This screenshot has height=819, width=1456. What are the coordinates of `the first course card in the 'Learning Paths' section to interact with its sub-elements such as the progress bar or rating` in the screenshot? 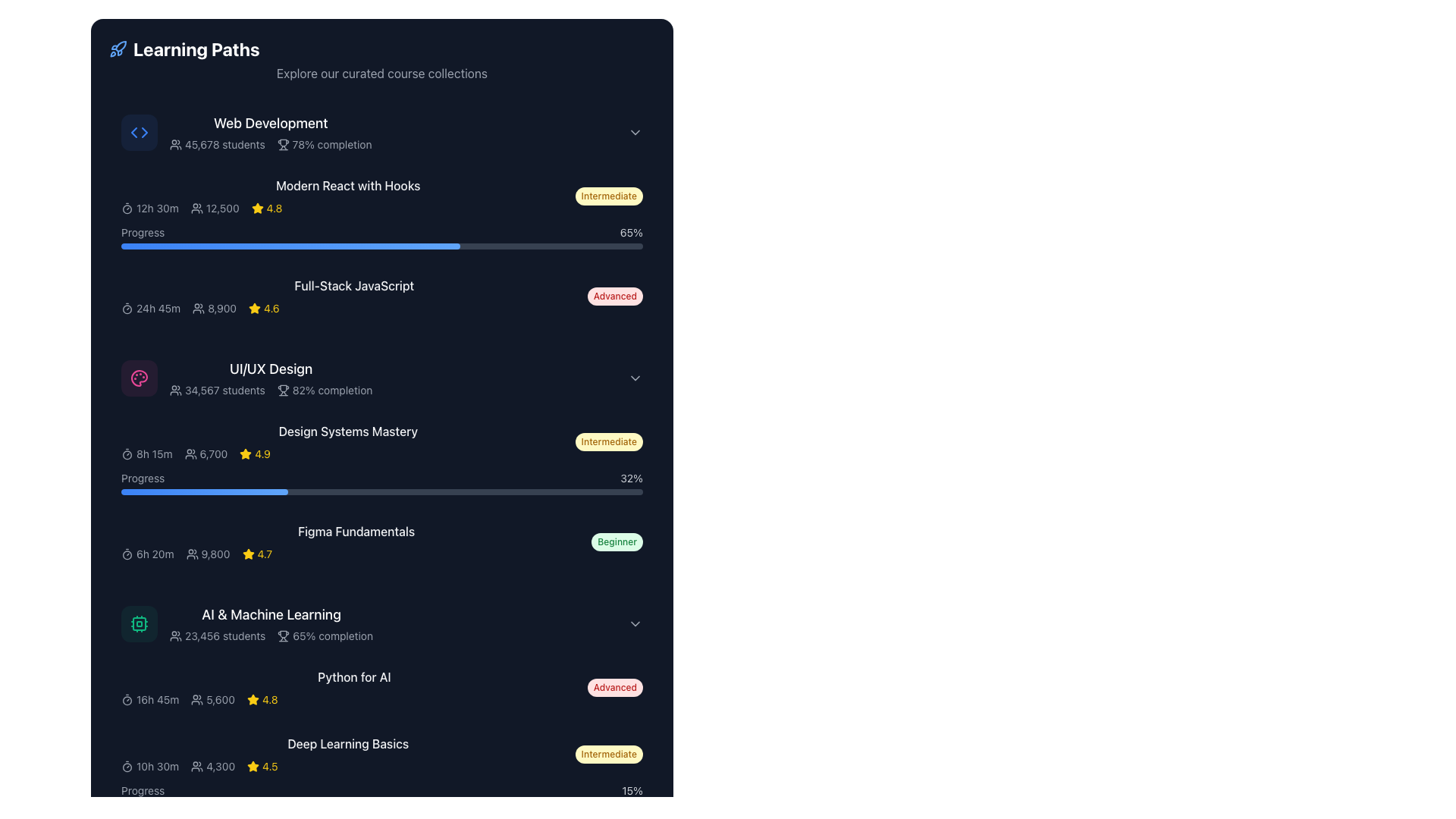 It's located at (382, 213).